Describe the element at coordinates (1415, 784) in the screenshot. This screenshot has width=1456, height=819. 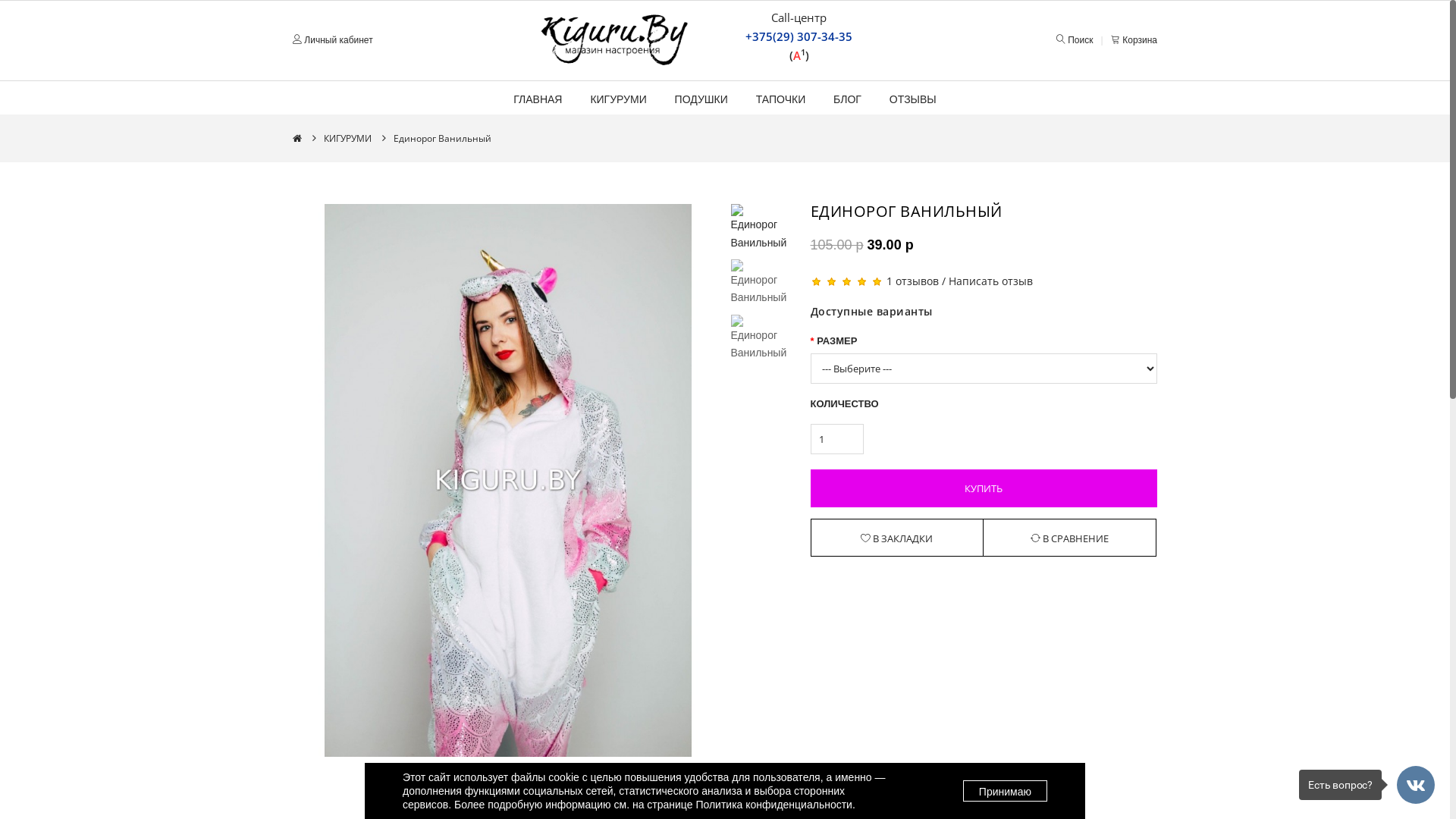
I see `'Back To Top'` at that location.